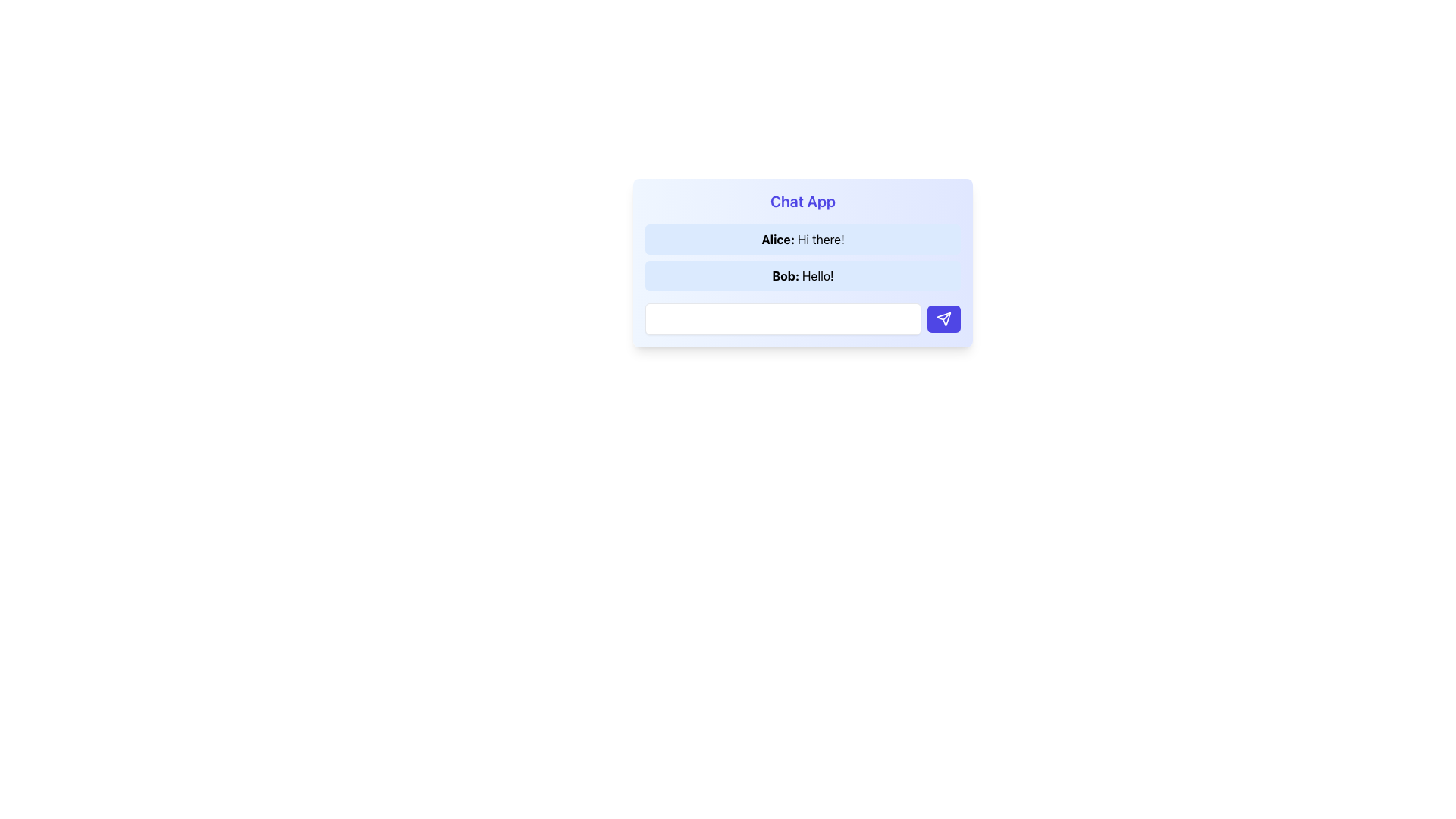  I want to click on the first chat message display element that presents the sender's name and their message to interact with it, assuming functionality is added, so click(802, 239).